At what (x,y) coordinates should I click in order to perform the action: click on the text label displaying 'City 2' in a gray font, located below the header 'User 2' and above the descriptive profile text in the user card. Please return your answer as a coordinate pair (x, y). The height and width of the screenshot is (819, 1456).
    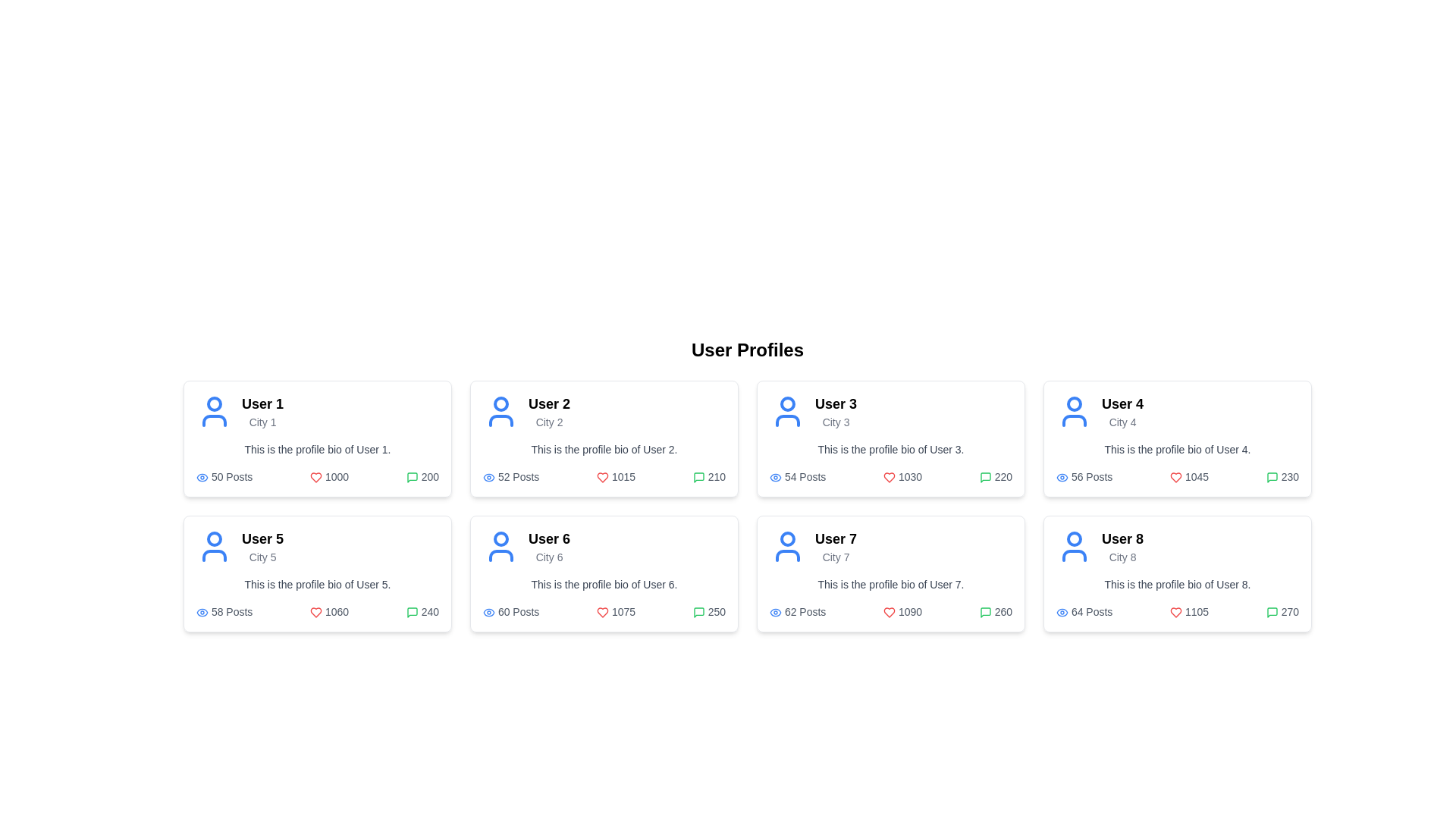
    Looking at the image, I should click on (548, 422).